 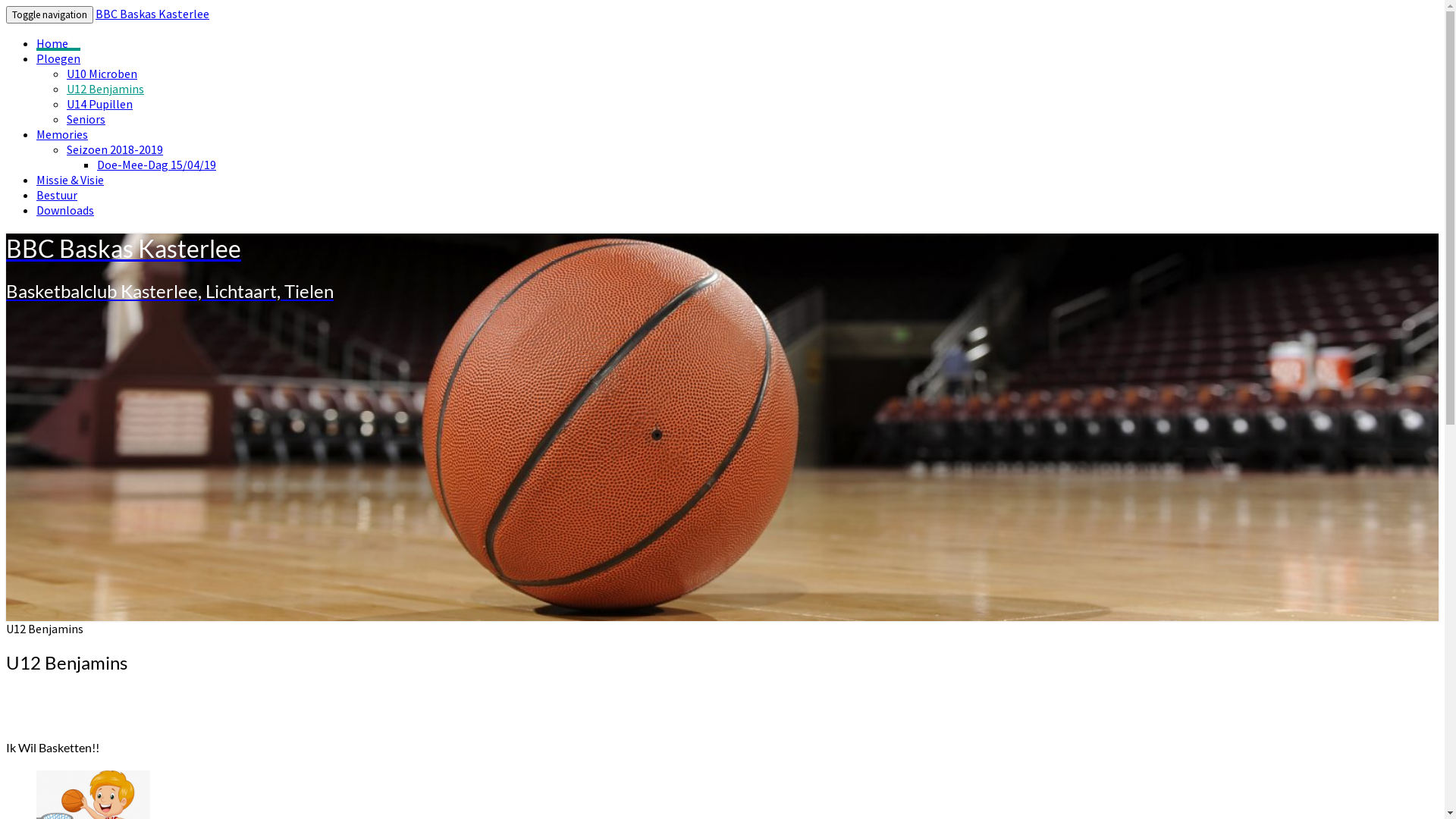 I want to click on 'Memories', so click(x=61, y=133).